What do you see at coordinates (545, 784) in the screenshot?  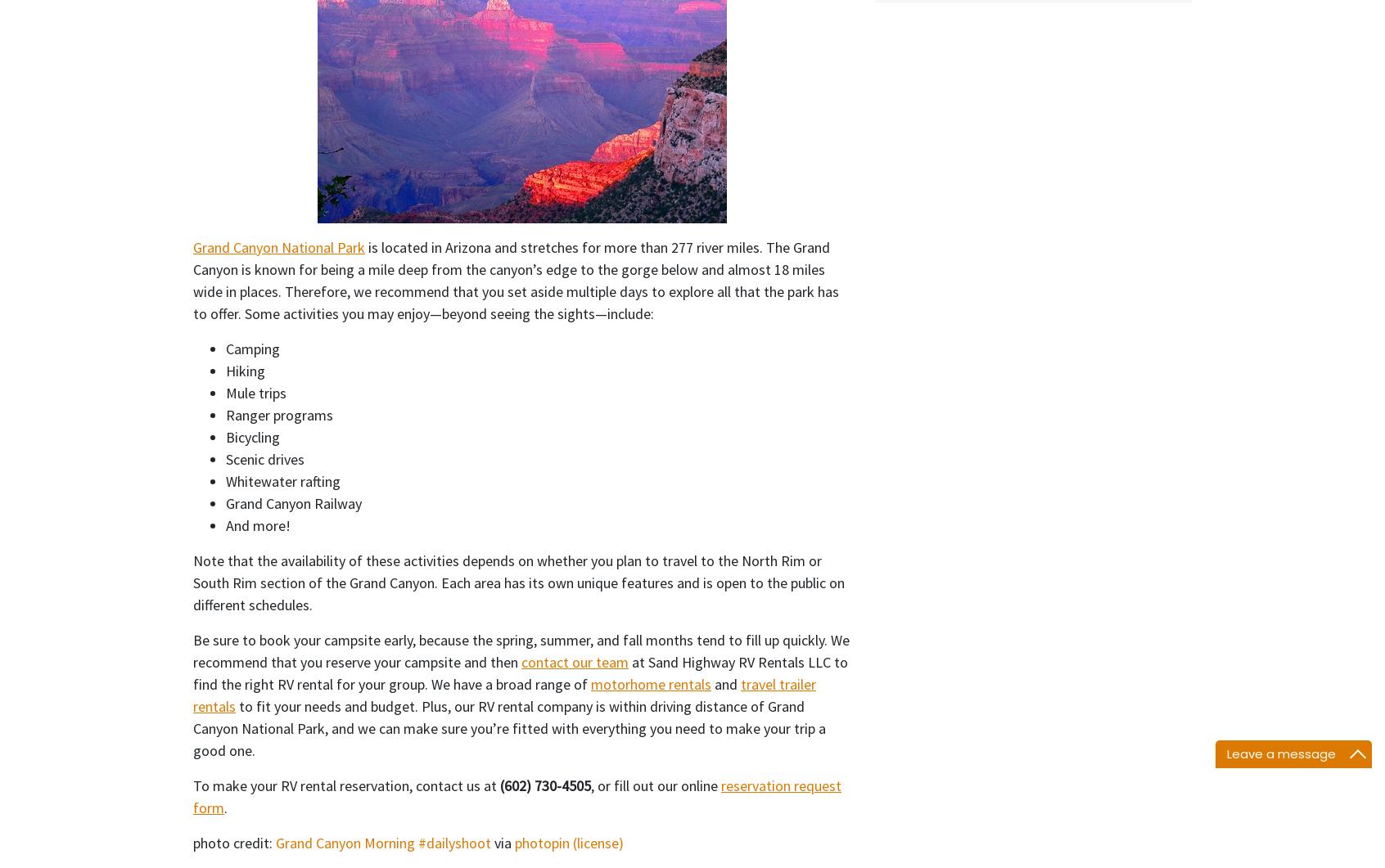 I see `'(602) 730-4505'` at bounding box center [545, 784].